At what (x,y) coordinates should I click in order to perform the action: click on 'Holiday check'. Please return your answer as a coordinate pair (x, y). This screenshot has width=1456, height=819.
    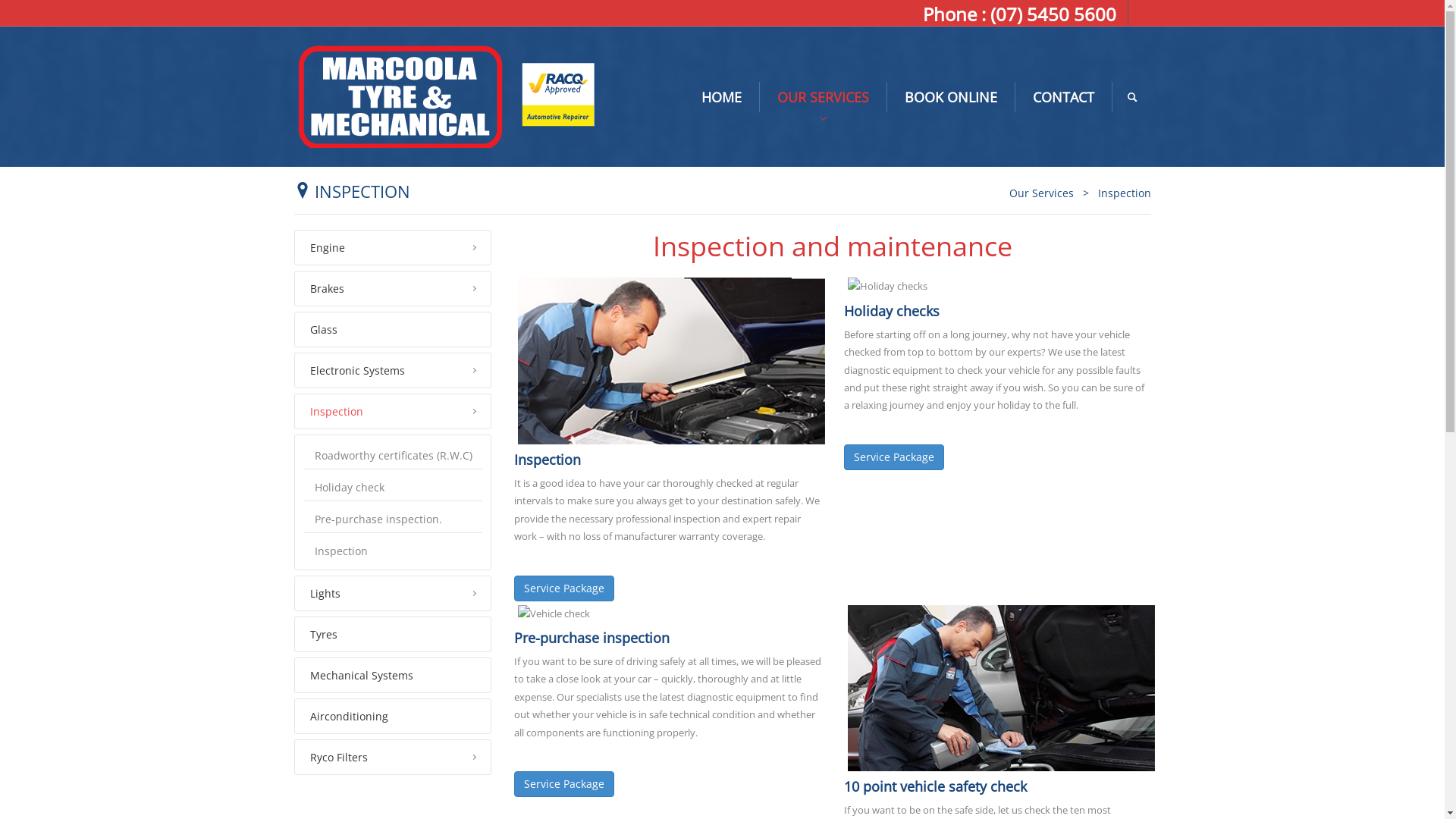
    Looking at the image, I should click on (393, 488).